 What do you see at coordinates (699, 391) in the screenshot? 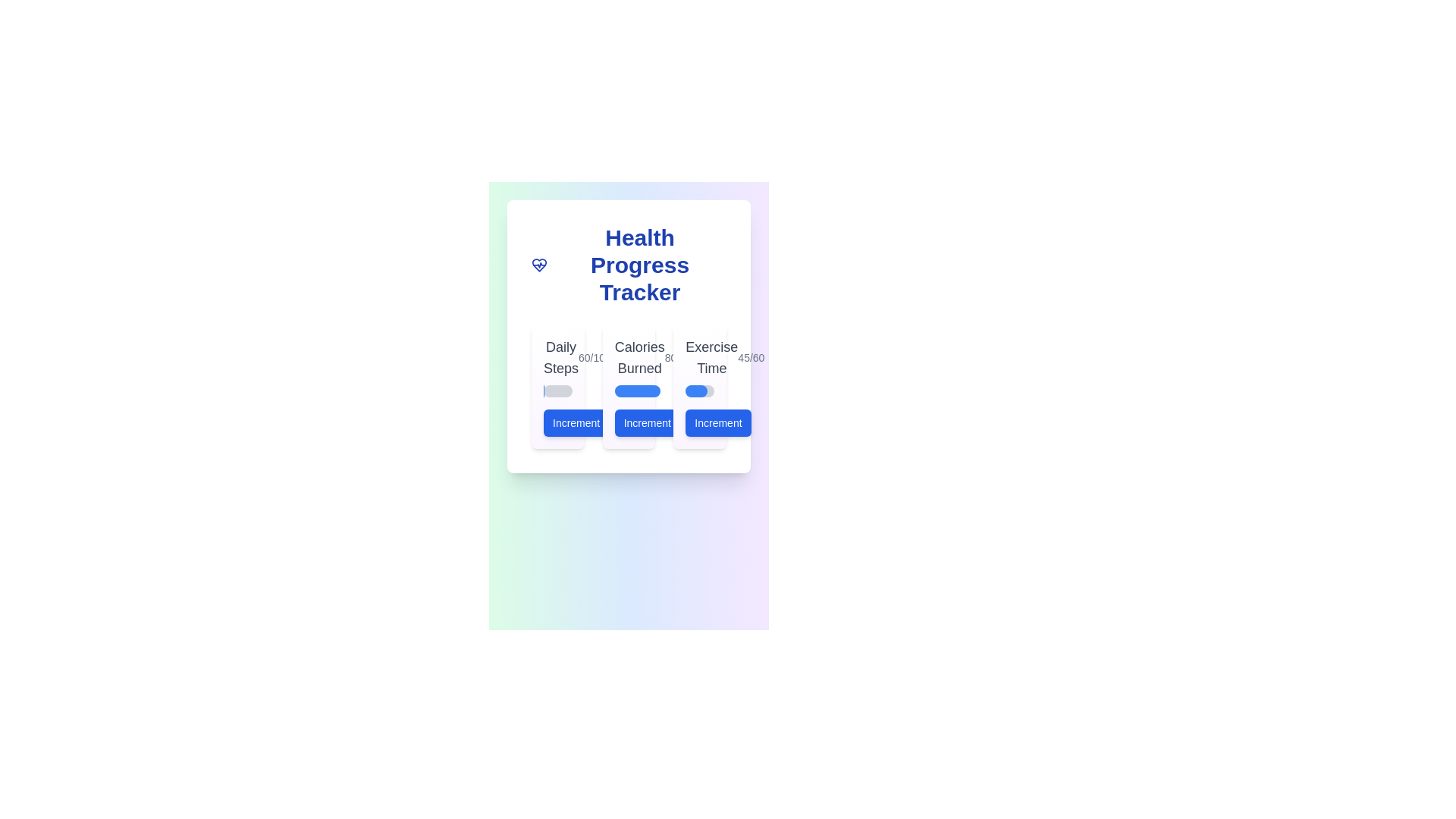
I see `the horizontal progress bar styled with a gray background and blue inner bar, which represents 75% progress, located under the 'Exercise Time' label and above the 'Increment' button` at bounding box center [699, 391].